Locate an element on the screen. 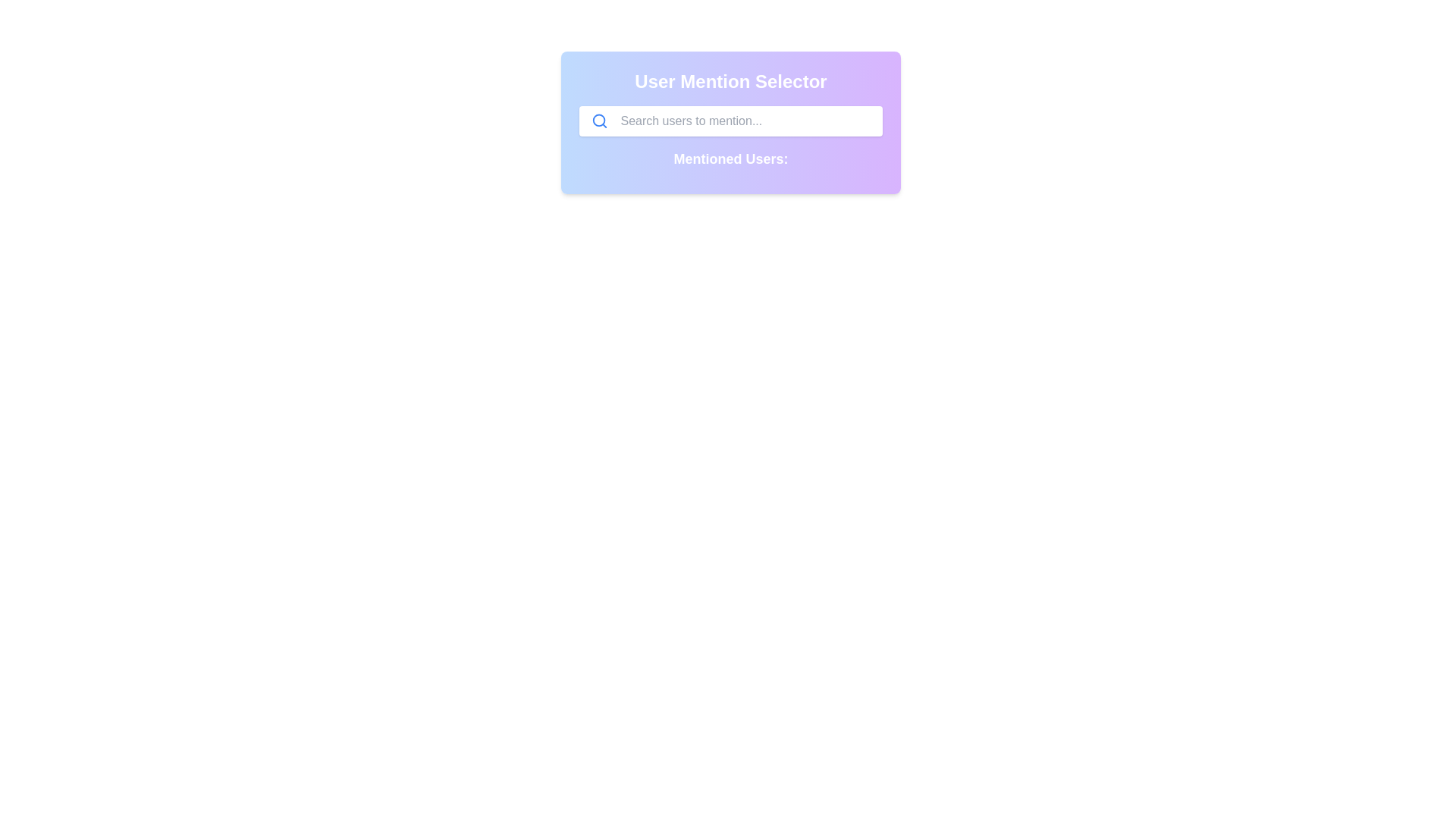  the text input field located in the center of the page under the heading 'User Mention Selector' to focus it is located at coordinates (739, 120).